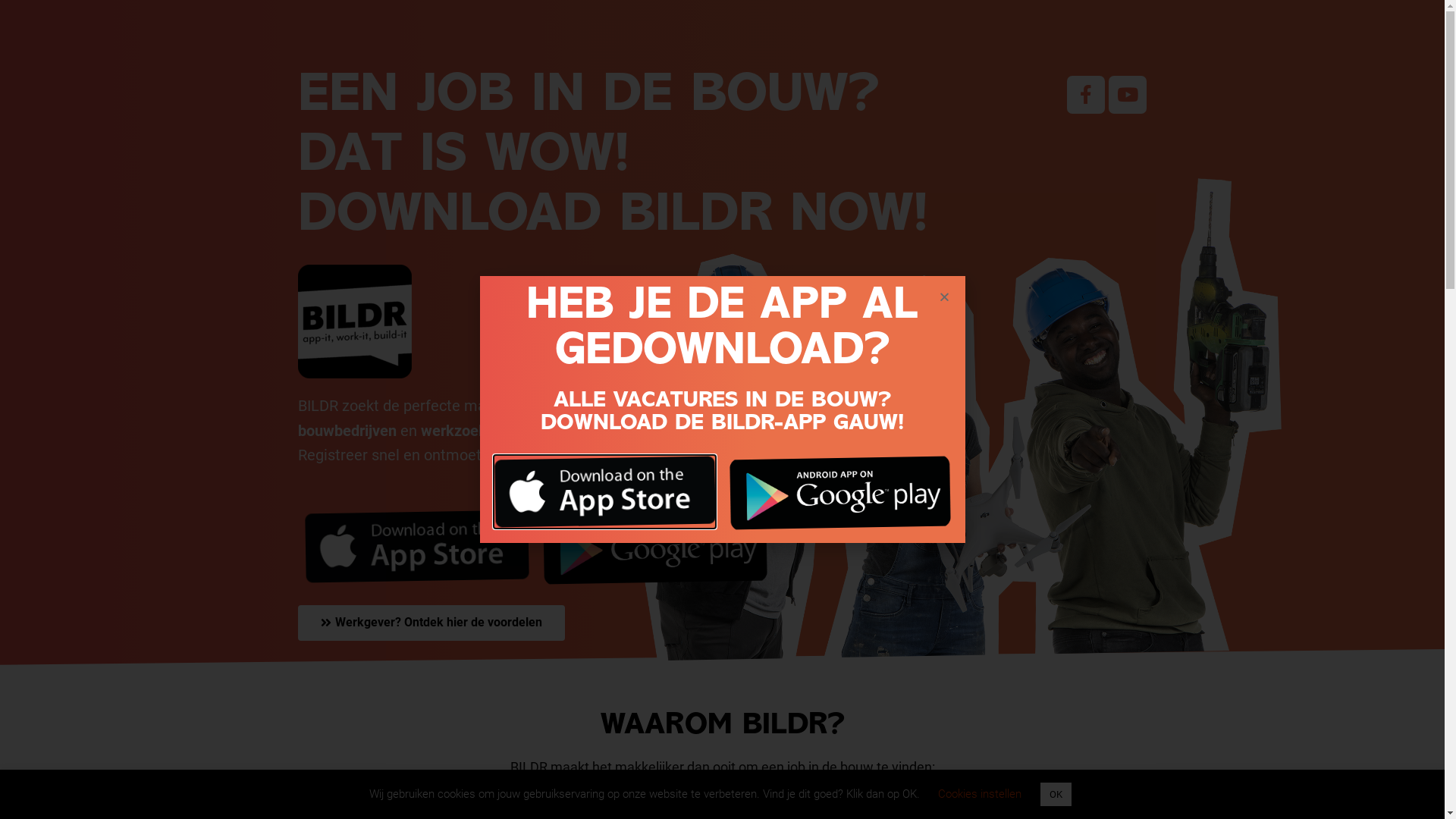  Describe the element at coordinates (979, 792) in the screenshot. I see `'Cookies instellen'` at that location.